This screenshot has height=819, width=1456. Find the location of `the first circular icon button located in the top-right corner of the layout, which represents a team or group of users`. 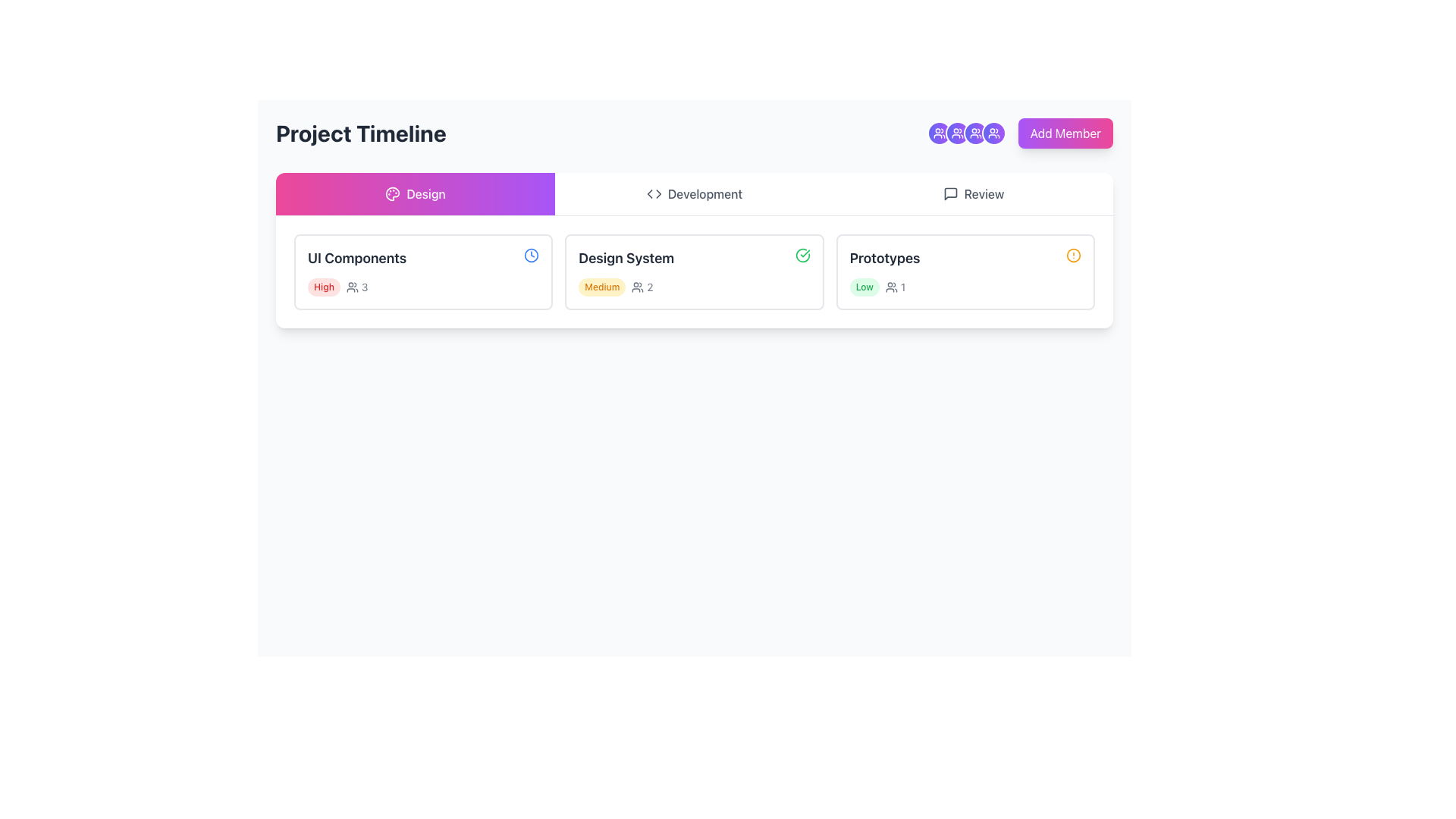

the first circular icon button located in the top-right corner of the layout, which represents a team or group of users is located at coordinates (938, 133).